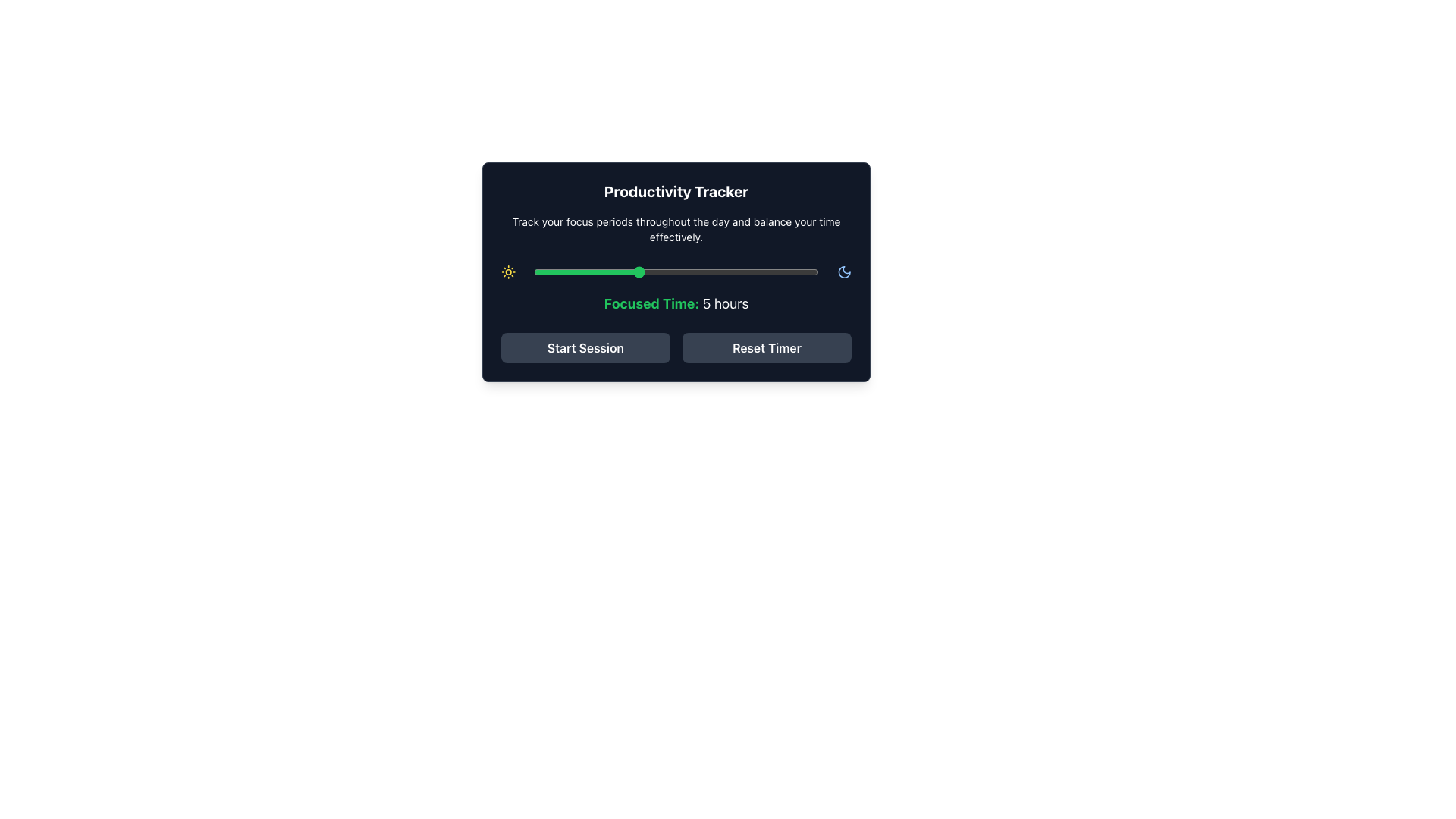  What do you see at coordinates (651, 303) in the screenshot?
I see `the label displaying 'Focused Time:' which is styled in a green font and is part of a text block indicating focused time duration` at bounding box center [651, 303].